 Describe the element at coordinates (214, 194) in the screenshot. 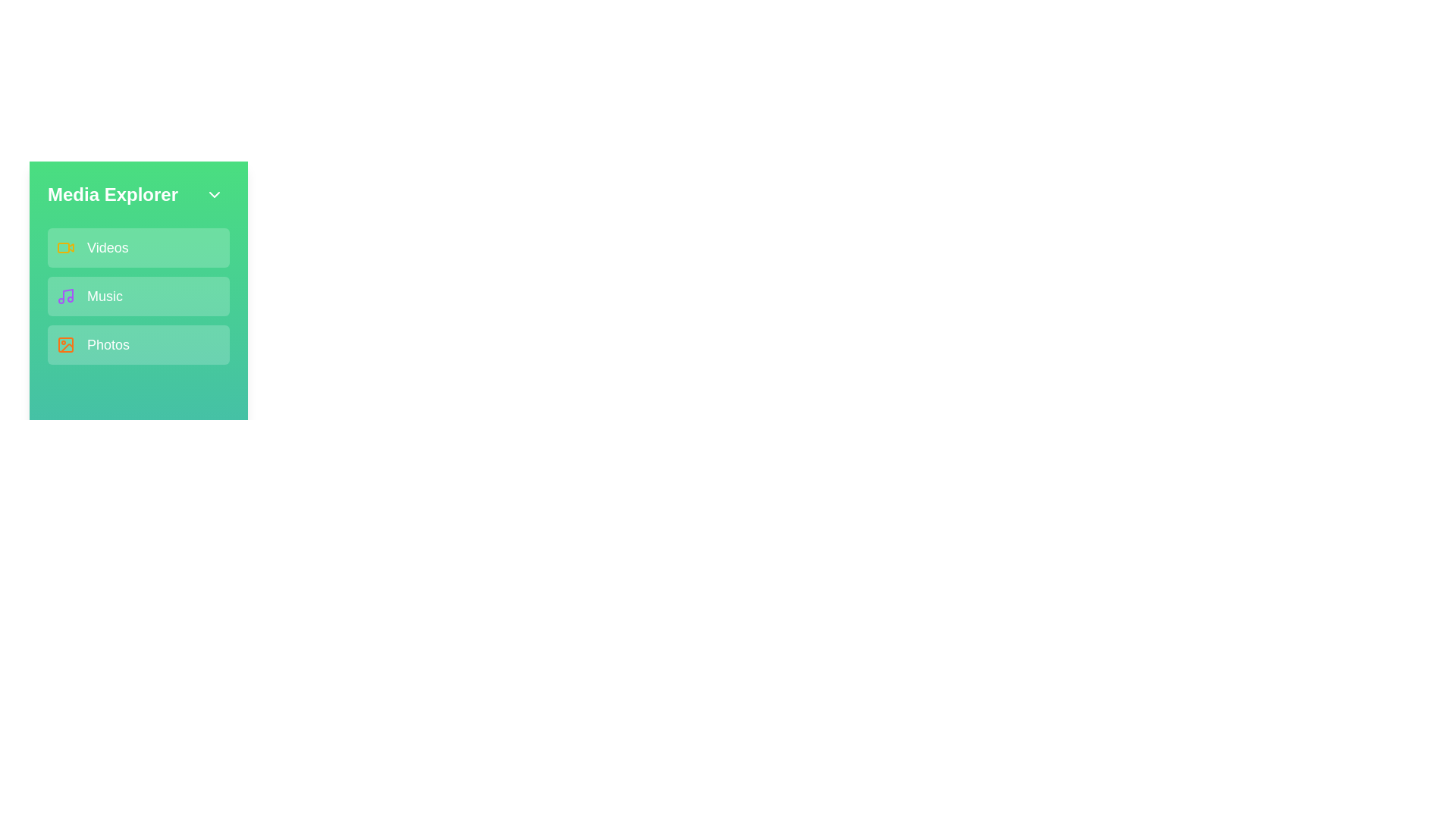

I see `the chevron button to toggle the menu state` at that location.